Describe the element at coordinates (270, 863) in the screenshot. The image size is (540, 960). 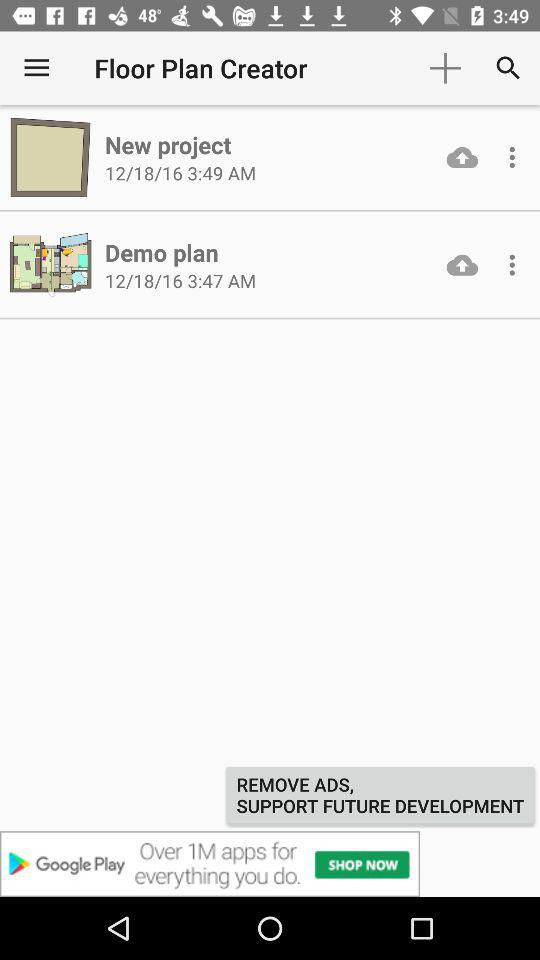
I see `addvadisment` at that location.